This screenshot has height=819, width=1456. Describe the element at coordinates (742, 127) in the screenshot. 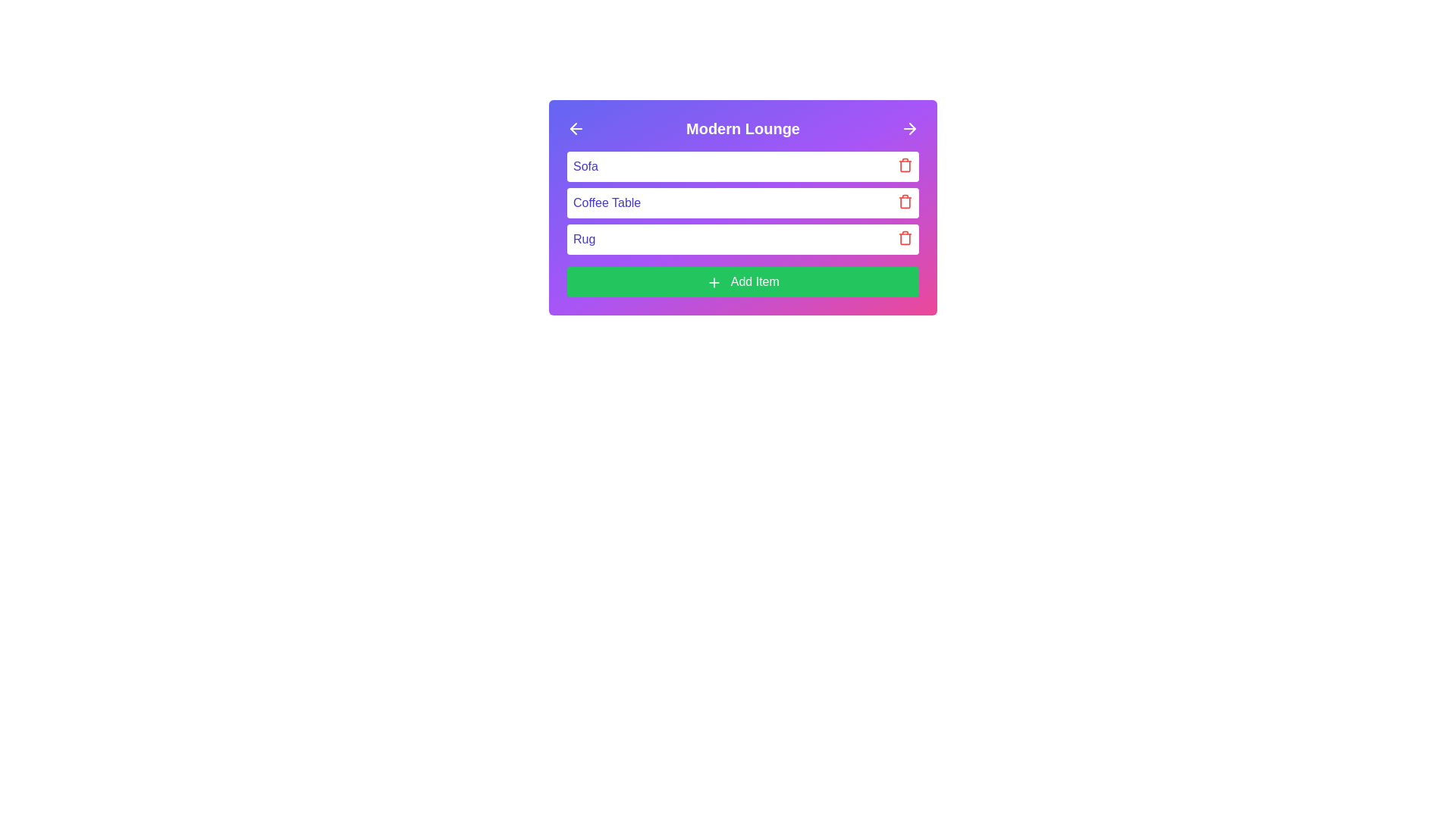

I see `the 'Modern Lounge' header text, which is prominently displayed in bold font at the top of the interface with a gradient background` at that location.